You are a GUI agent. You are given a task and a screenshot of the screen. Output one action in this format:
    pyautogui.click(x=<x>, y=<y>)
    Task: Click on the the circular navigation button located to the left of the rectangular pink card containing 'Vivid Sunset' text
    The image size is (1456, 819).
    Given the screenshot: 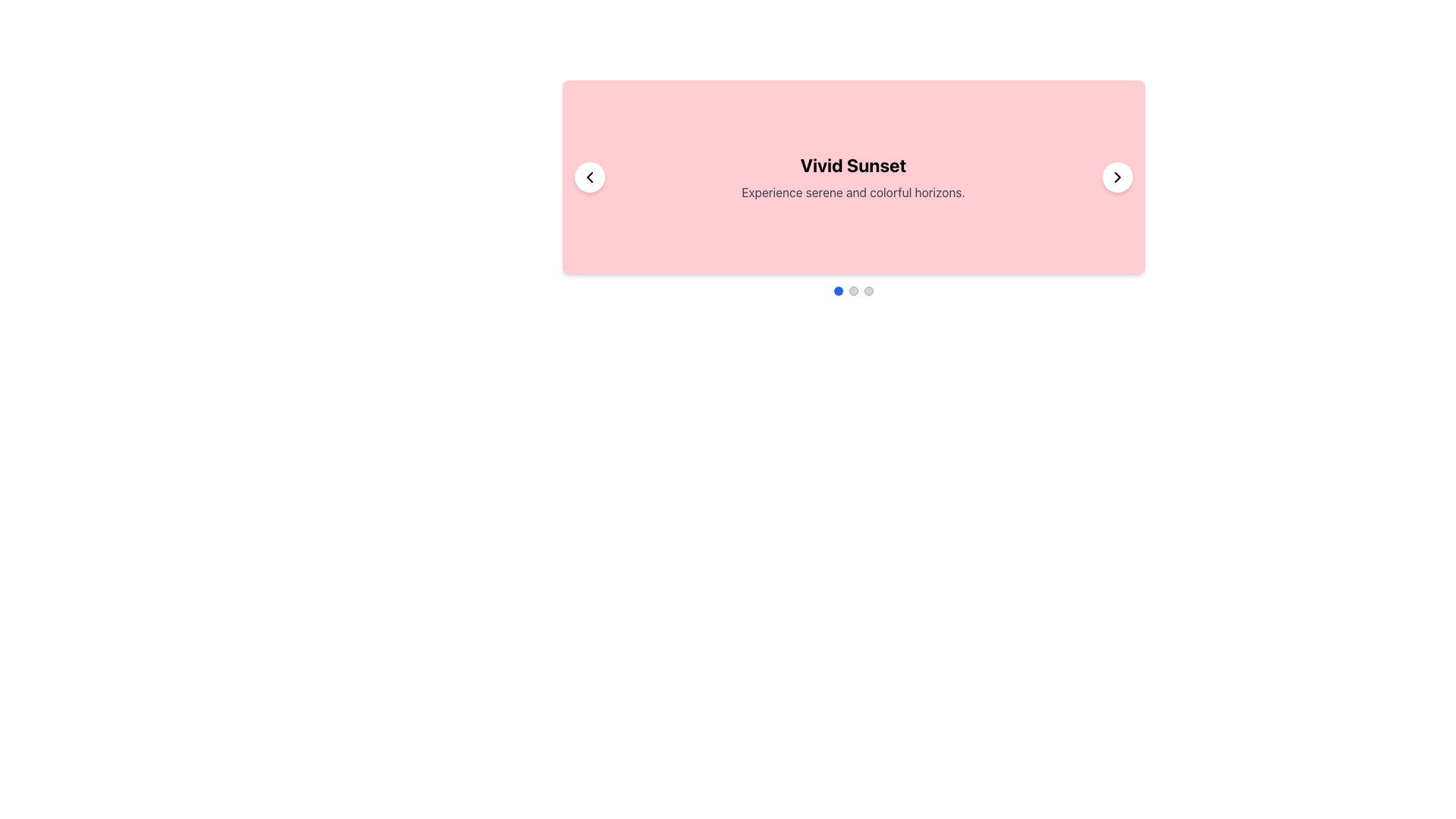 What is the action you would take?
    pyautogui.click(x=588, y=177)
    